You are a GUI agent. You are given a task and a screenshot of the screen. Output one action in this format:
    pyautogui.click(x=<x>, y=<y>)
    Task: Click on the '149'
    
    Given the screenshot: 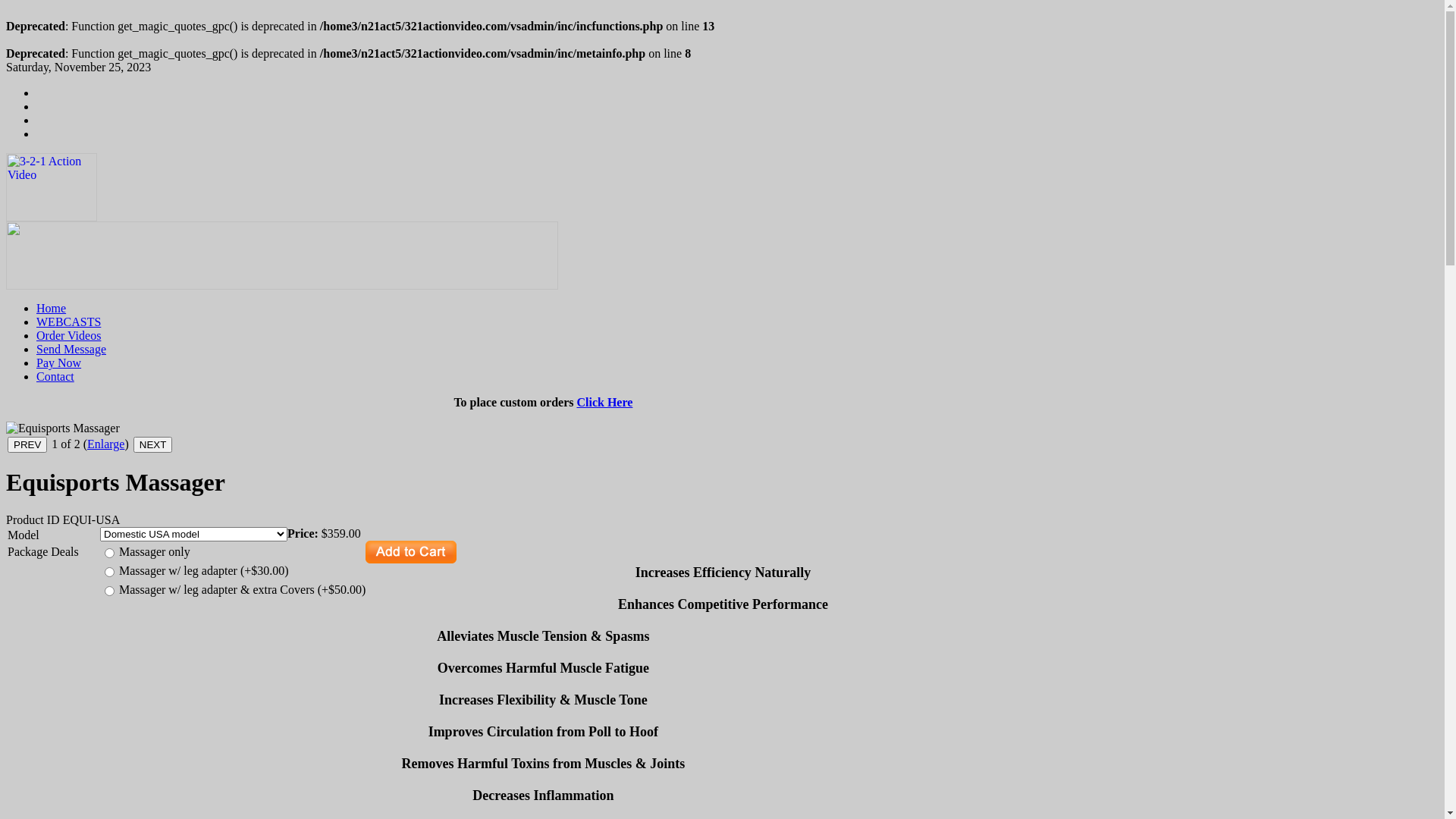 What is the action you would take?
    pyautogui.click(x=108, y=590)
    